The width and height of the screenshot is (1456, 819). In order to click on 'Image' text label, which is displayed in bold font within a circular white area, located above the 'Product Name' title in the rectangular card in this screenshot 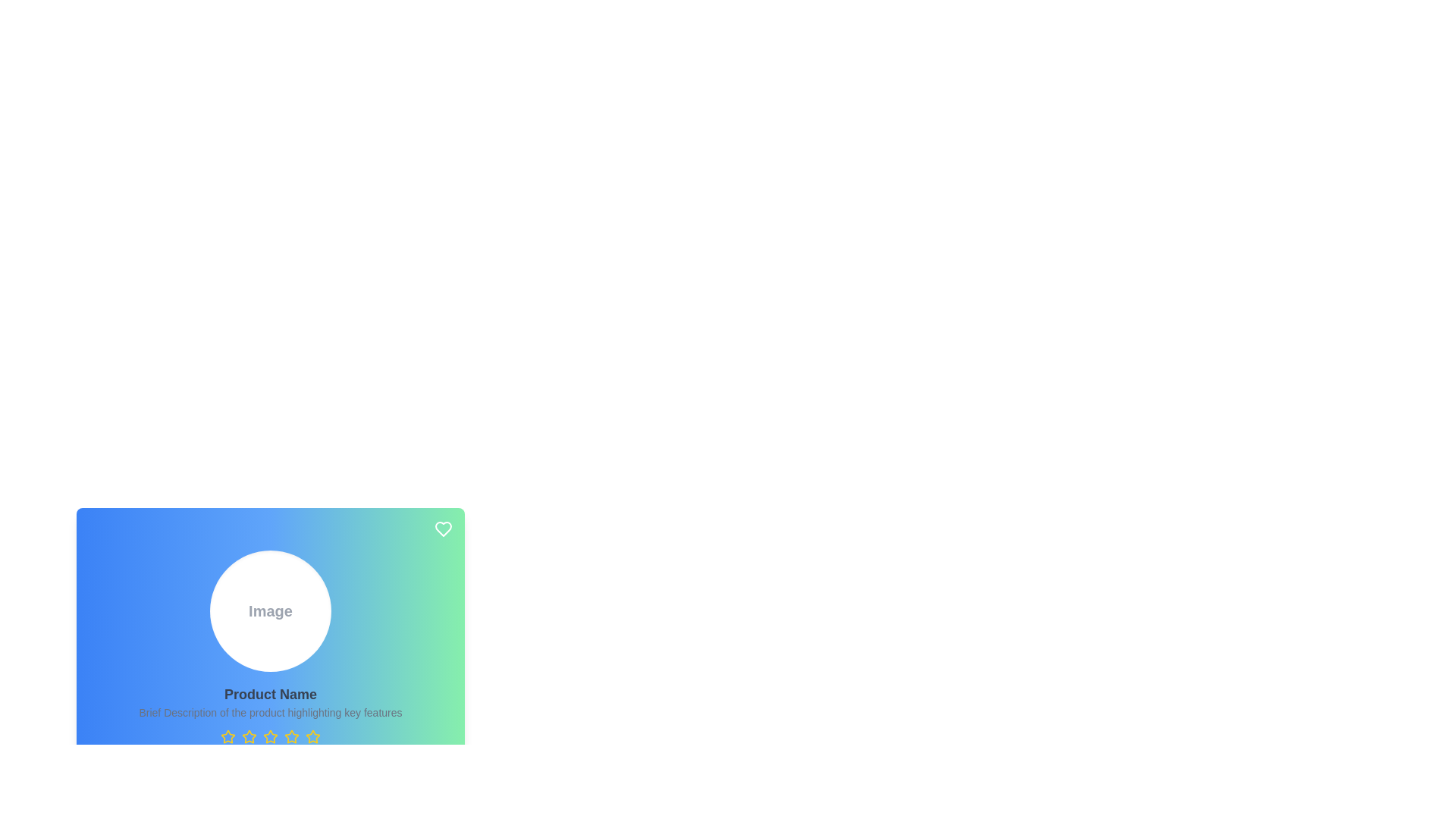, I will do `click(270, 610)`.